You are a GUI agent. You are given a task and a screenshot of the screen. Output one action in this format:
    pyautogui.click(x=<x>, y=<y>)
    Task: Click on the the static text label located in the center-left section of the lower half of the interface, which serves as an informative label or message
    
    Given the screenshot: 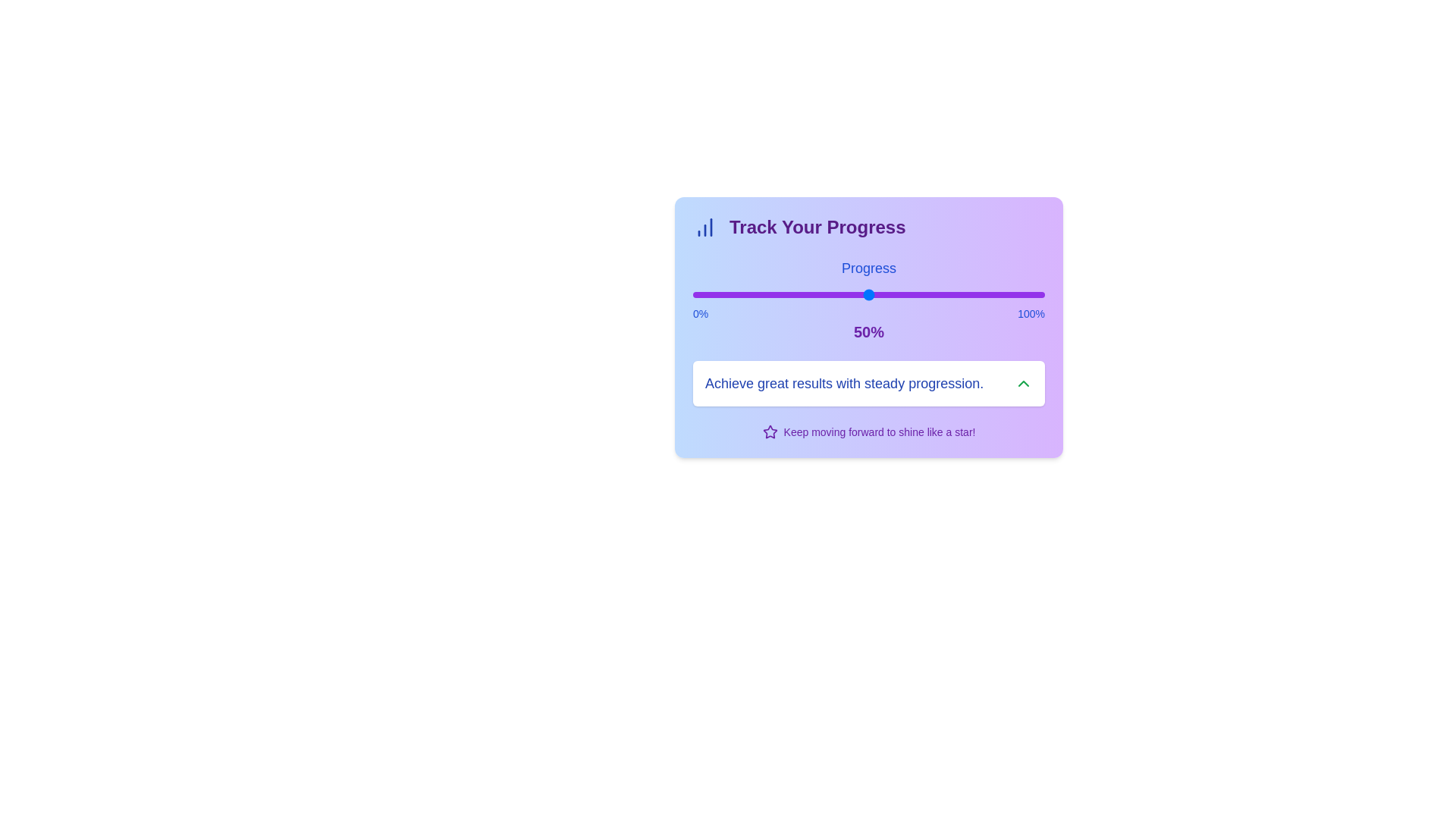 What is the action you would take?
    pyautogui.click(x=843, y=382)
    